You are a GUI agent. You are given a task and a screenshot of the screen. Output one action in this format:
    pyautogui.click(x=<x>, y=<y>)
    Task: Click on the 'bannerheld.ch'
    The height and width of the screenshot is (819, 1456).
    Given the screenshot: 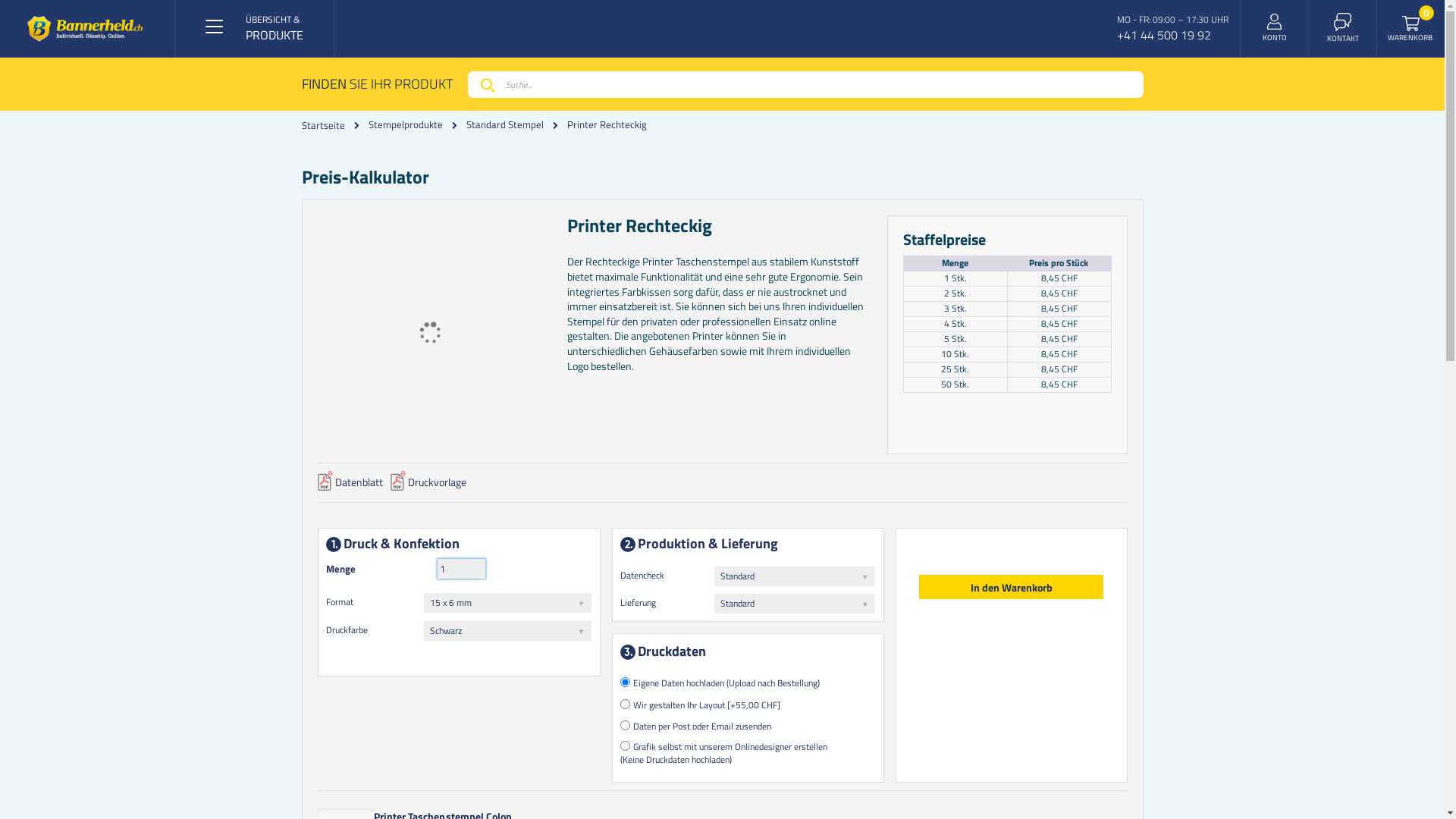 What is the action you would take?
    pyautogui.click(x=84, y=28)
    